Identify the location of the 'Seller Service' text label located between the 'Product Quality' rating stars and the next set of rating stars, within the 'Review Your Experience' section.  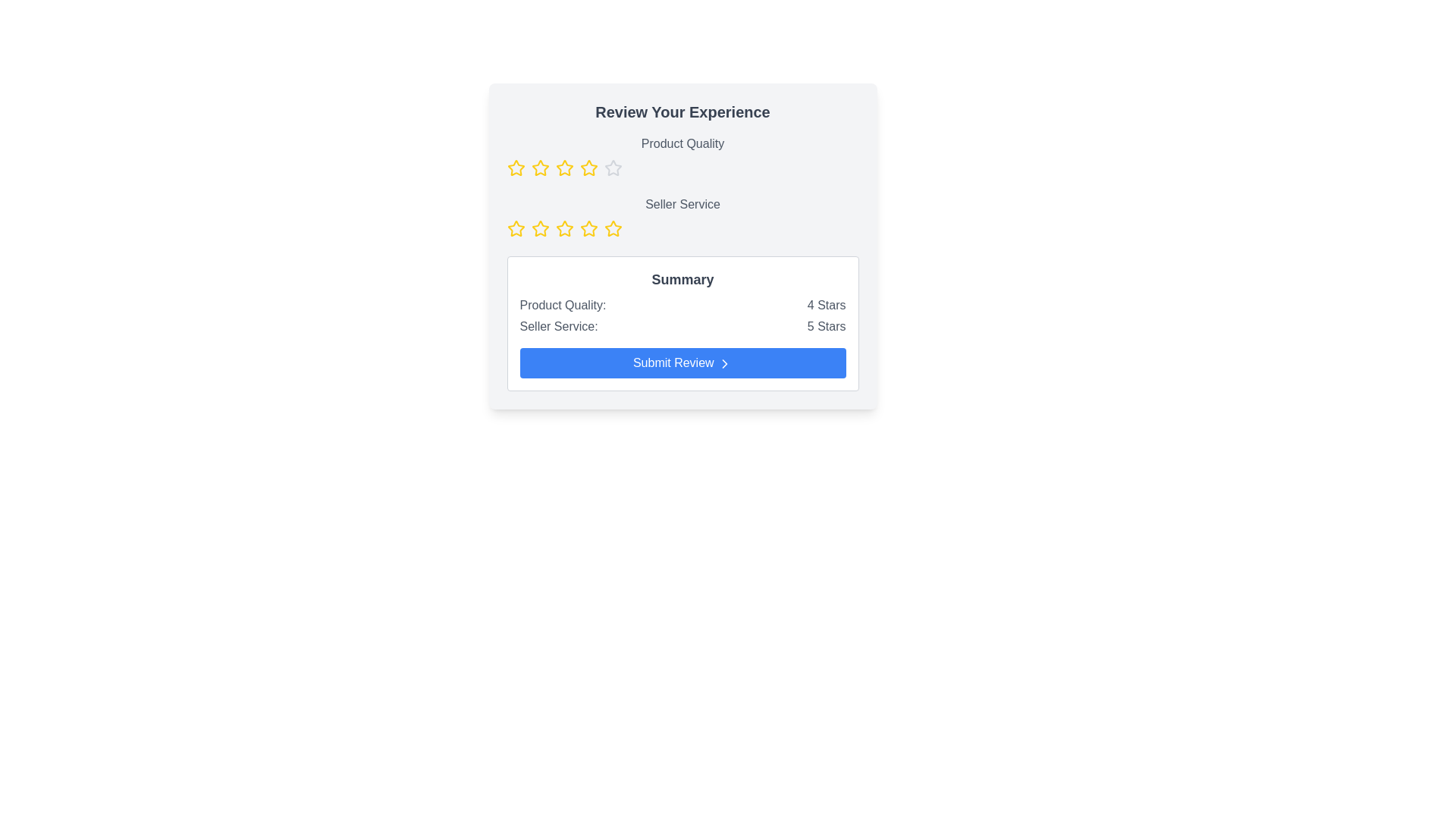
(682, 205).